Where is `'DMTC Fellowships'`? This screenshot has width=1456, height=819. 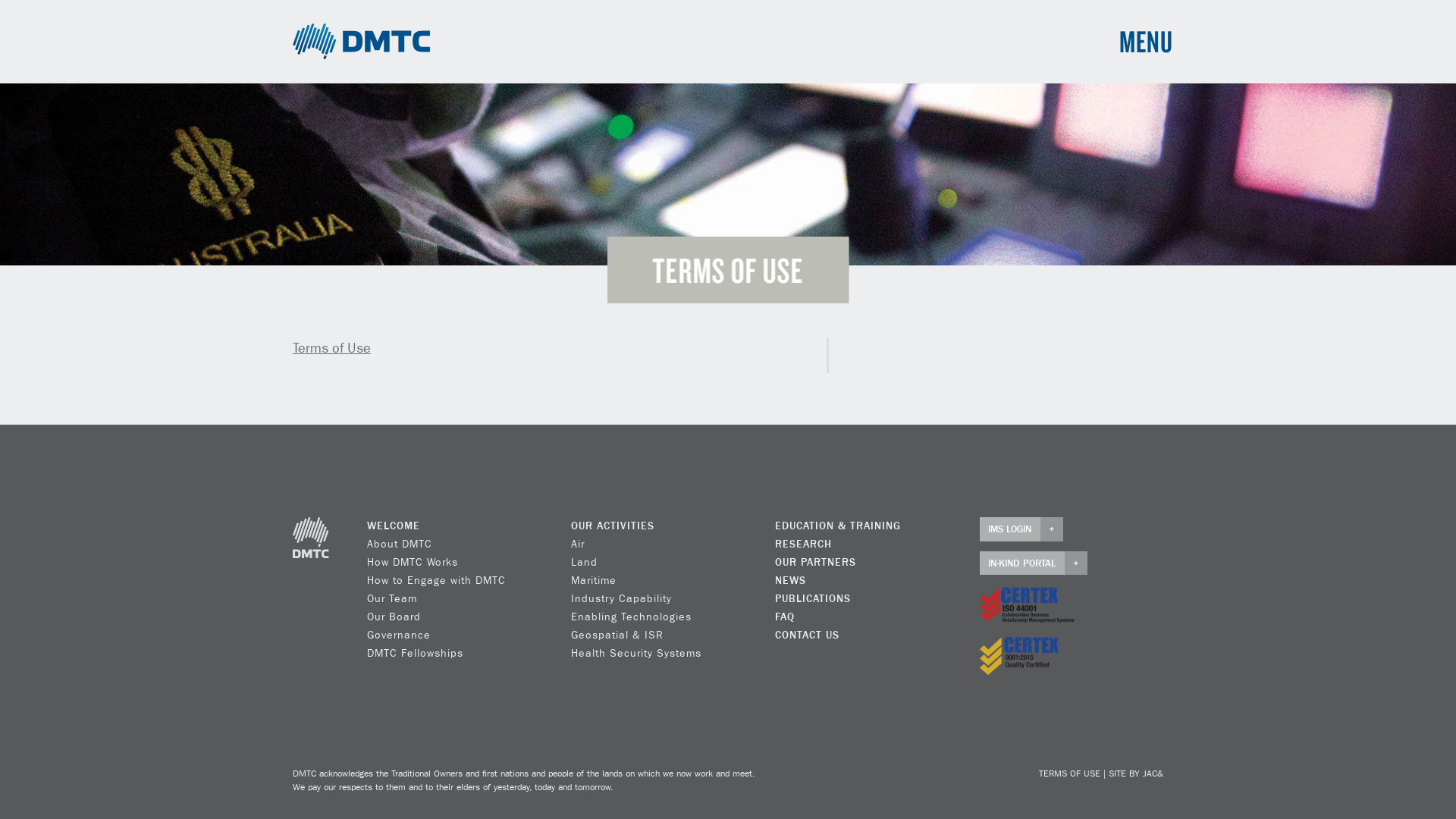
'DMTC Fellowships' is located at coordinates (367, 652).